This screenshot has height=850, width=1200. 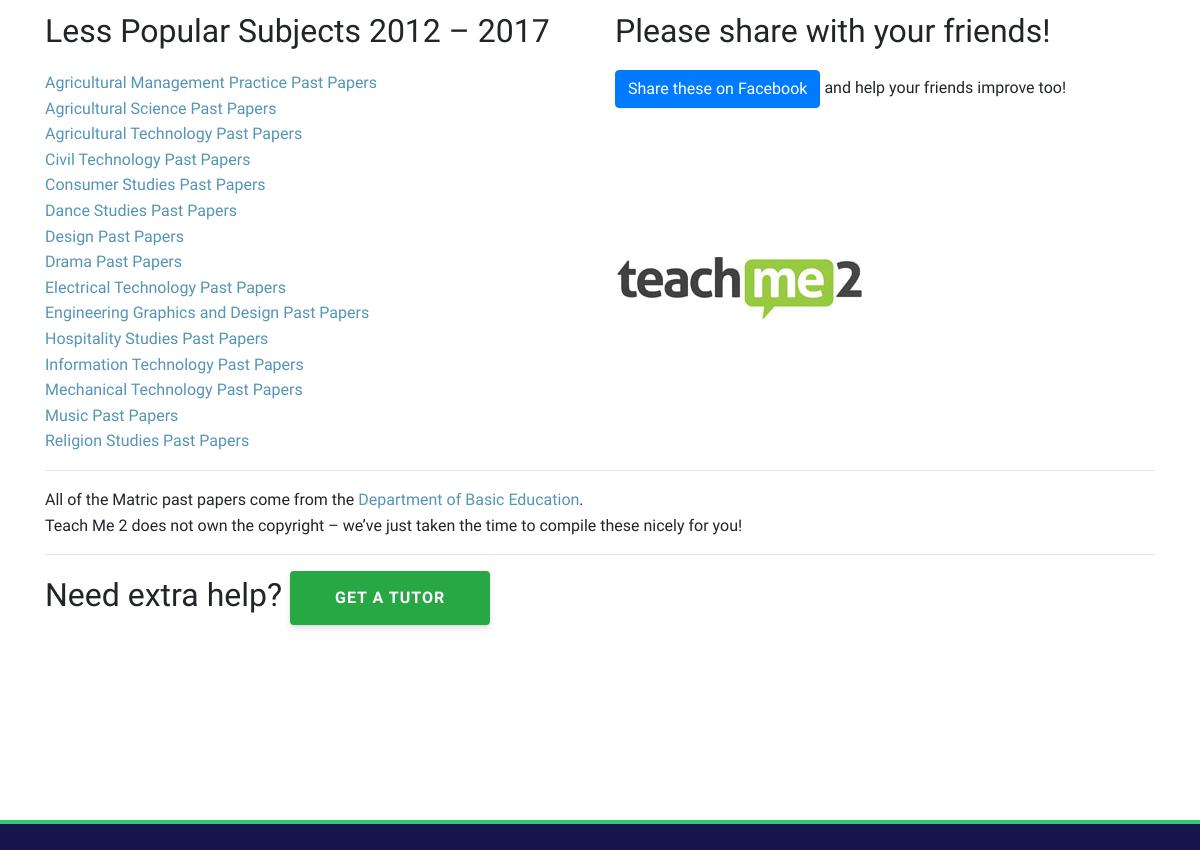 What do you see at coordinates (45, 312) in the screenshot?
I see `'Engineering Graphics and Design Past Papers'` at bounding box center [45, 312].